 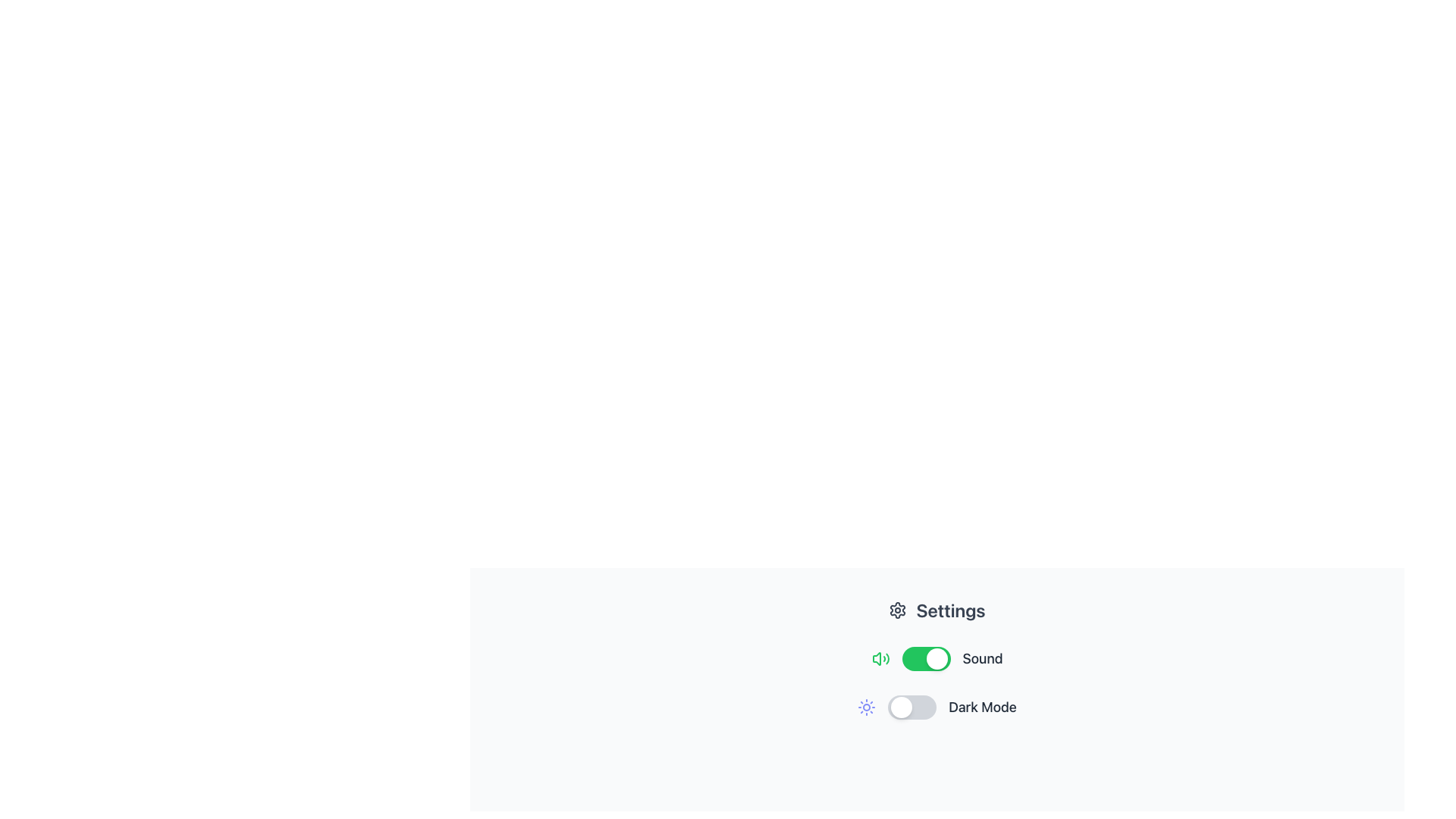 I want to click on the toggle switch to change the state of the 'Sound' functionality, located to the right of the green volume icon and to the left of the 'Sound' label, so click(x=925, y=657).